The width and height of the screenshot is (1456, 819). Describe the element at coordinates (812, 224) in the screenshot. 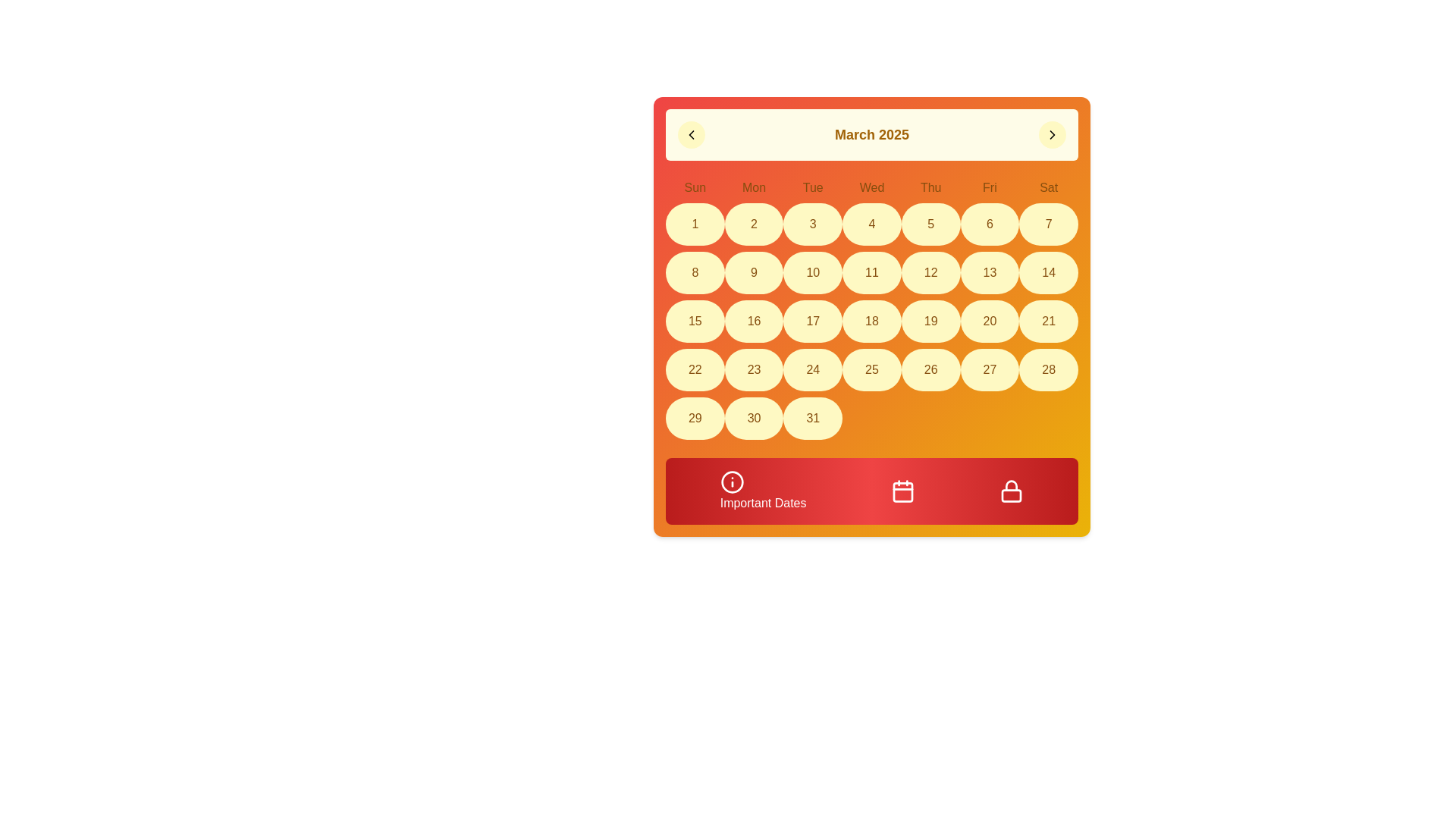

I see `the calendar cell representing the third day of the displayed month, which is the third cell in the first row indicating Tuesday` at that location.